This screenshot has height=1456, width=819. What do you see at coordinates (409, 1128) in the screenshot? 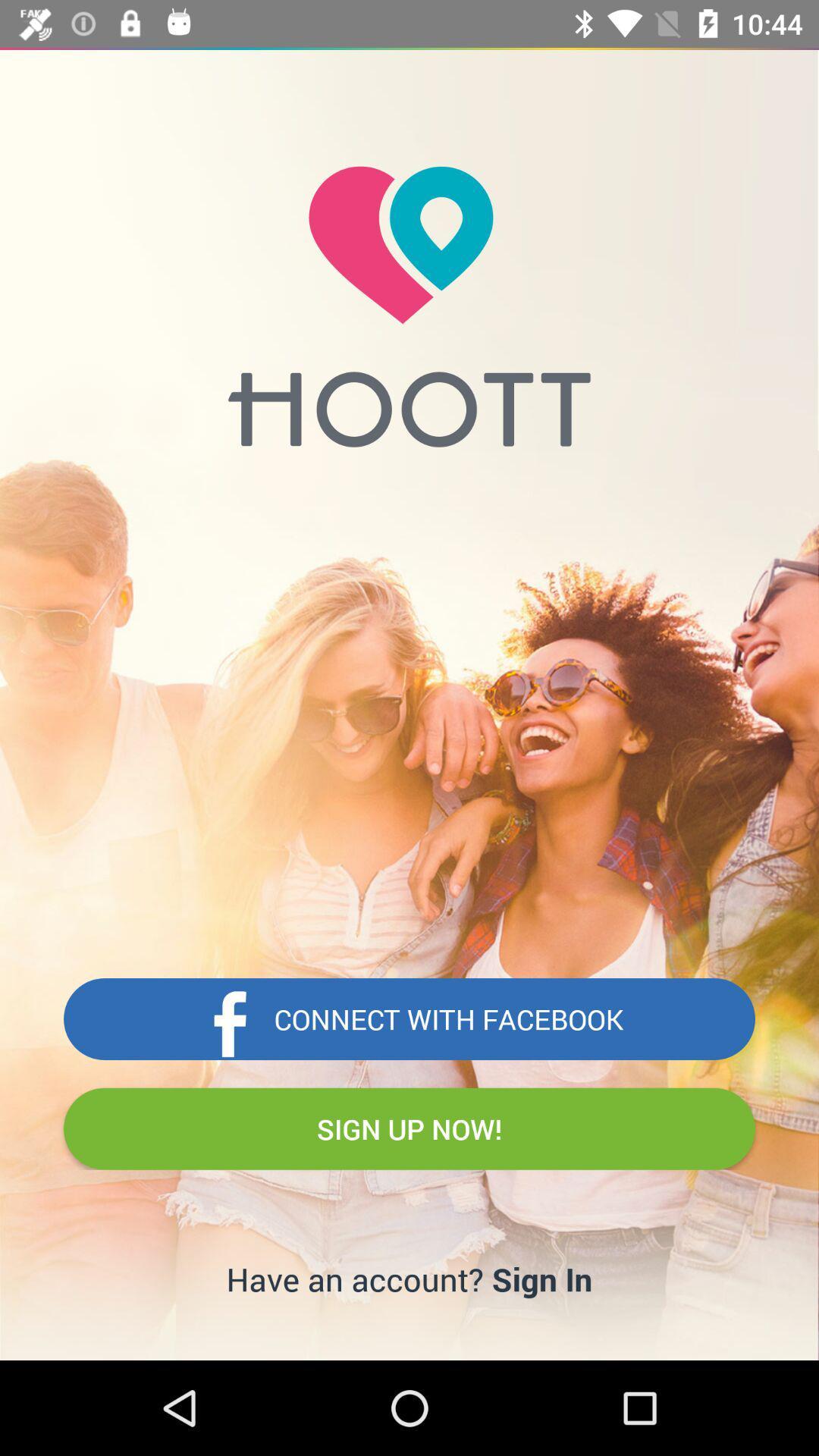
I see `icon above have an account?` at bounding box center [409, 1128].